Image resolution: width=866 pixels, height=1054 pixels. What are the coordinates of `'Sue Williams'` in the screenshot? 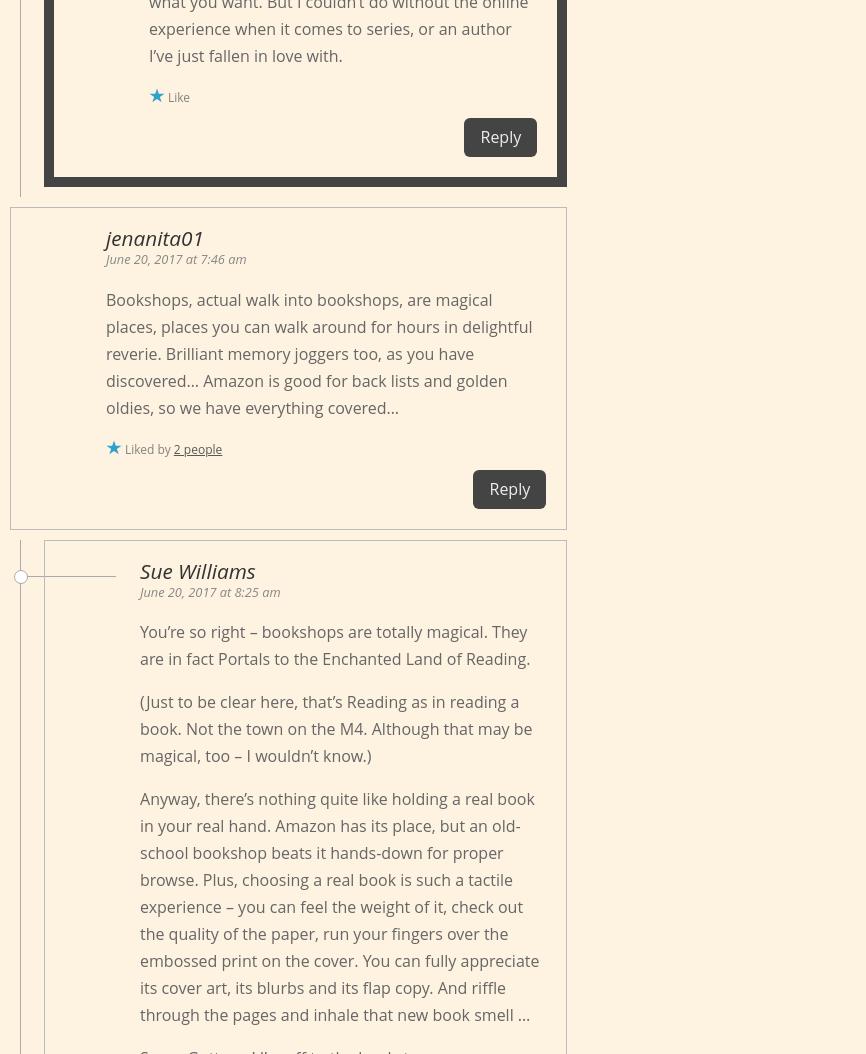 It's located at (140, 570).